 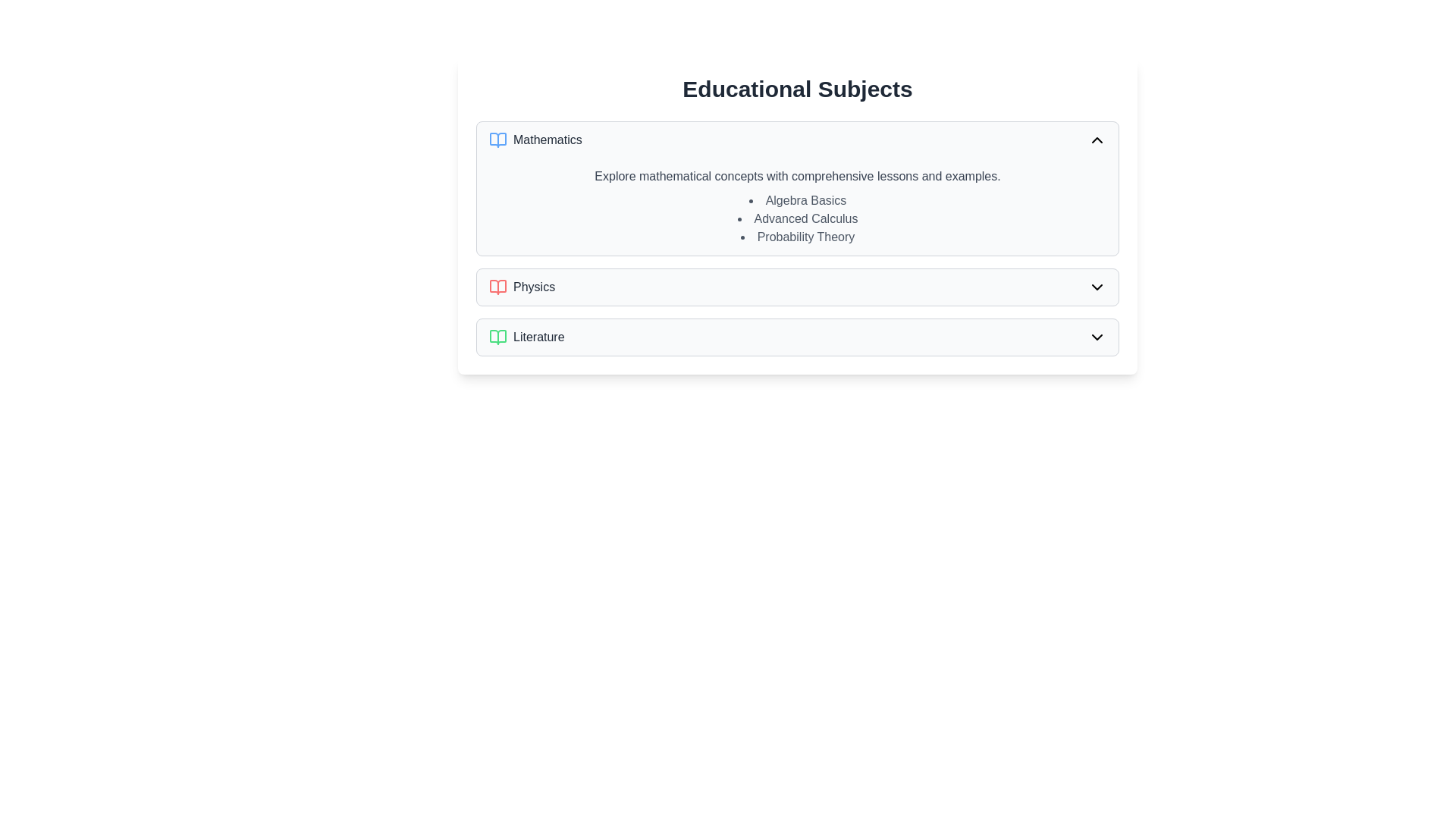 I want to click on the 'Literature' text label element, so click(x=526, y=336).